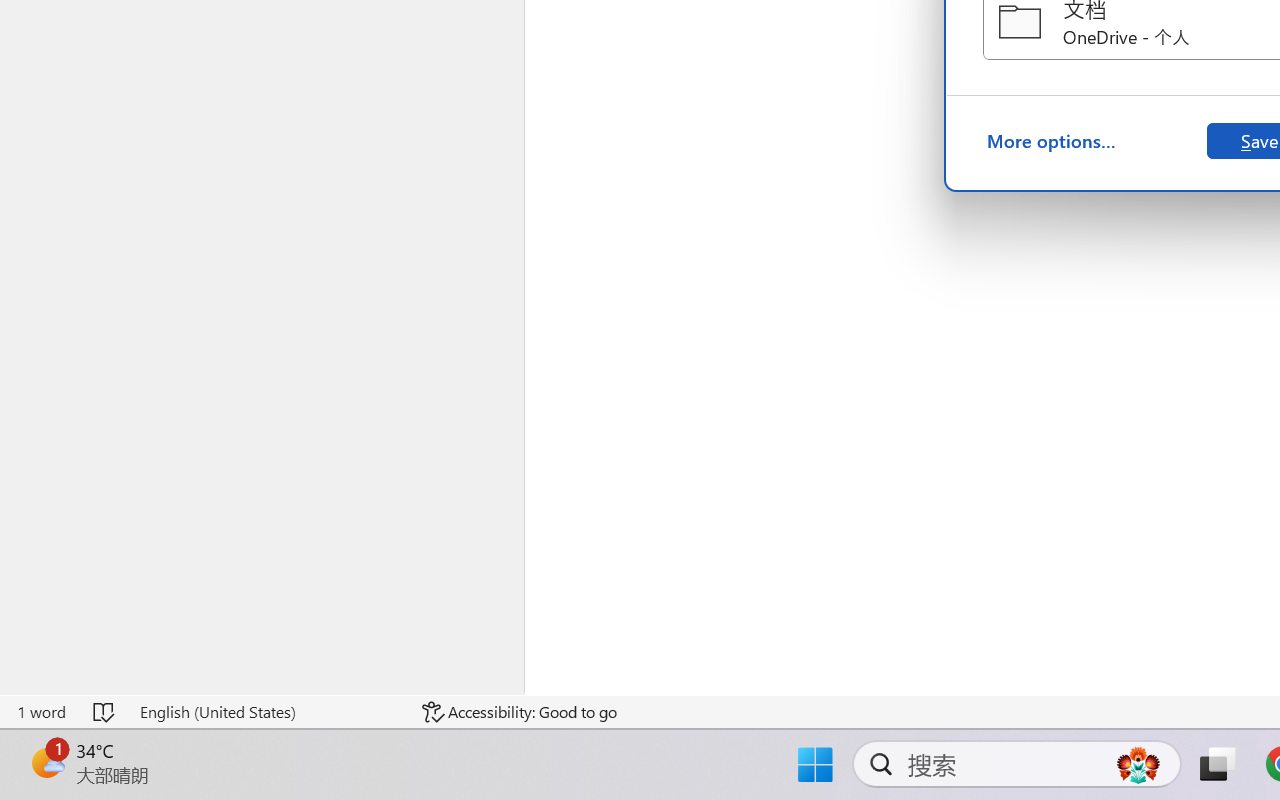  Describe the element at coordinates (41, 711) in the screenshot. I see `'Word Count 1 word'` at that location.